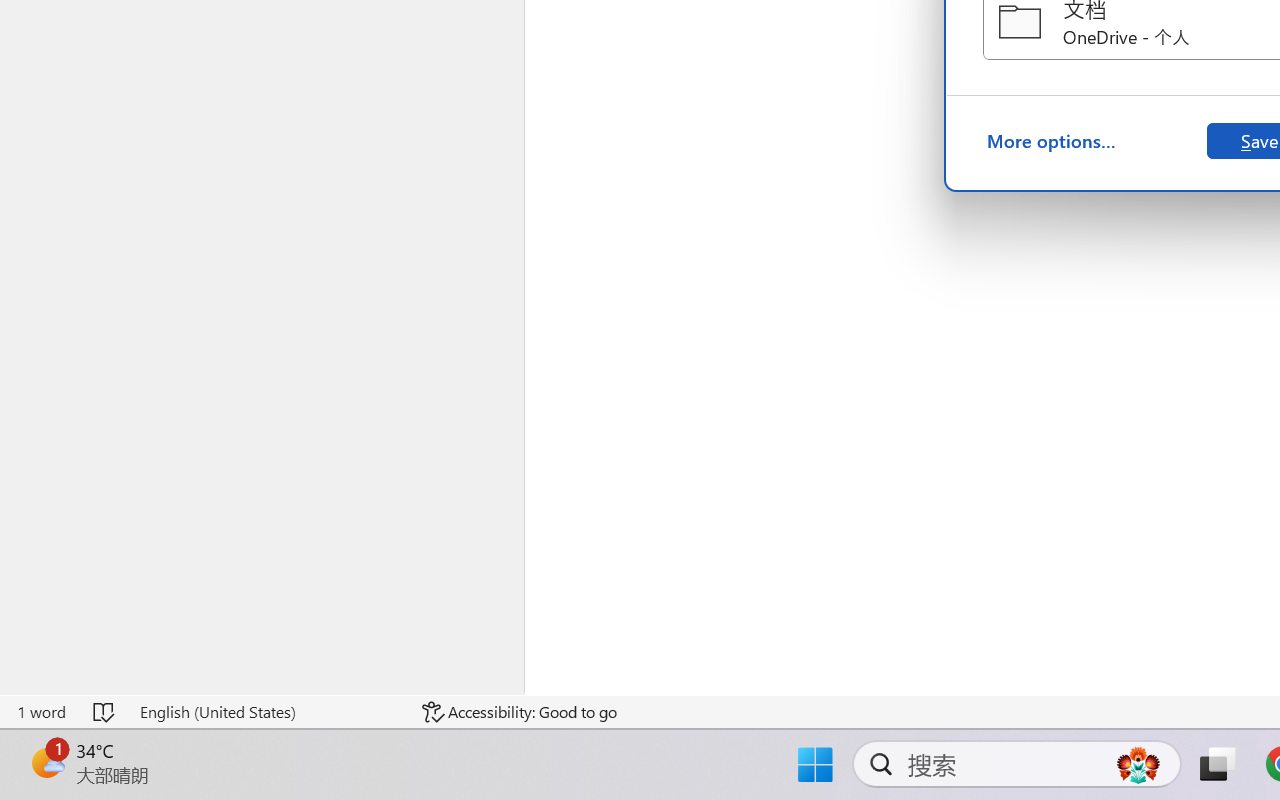  Describe the element at coordinates (41, 711) in the screenshot. I see `'Word Count 1 word'` at that location.